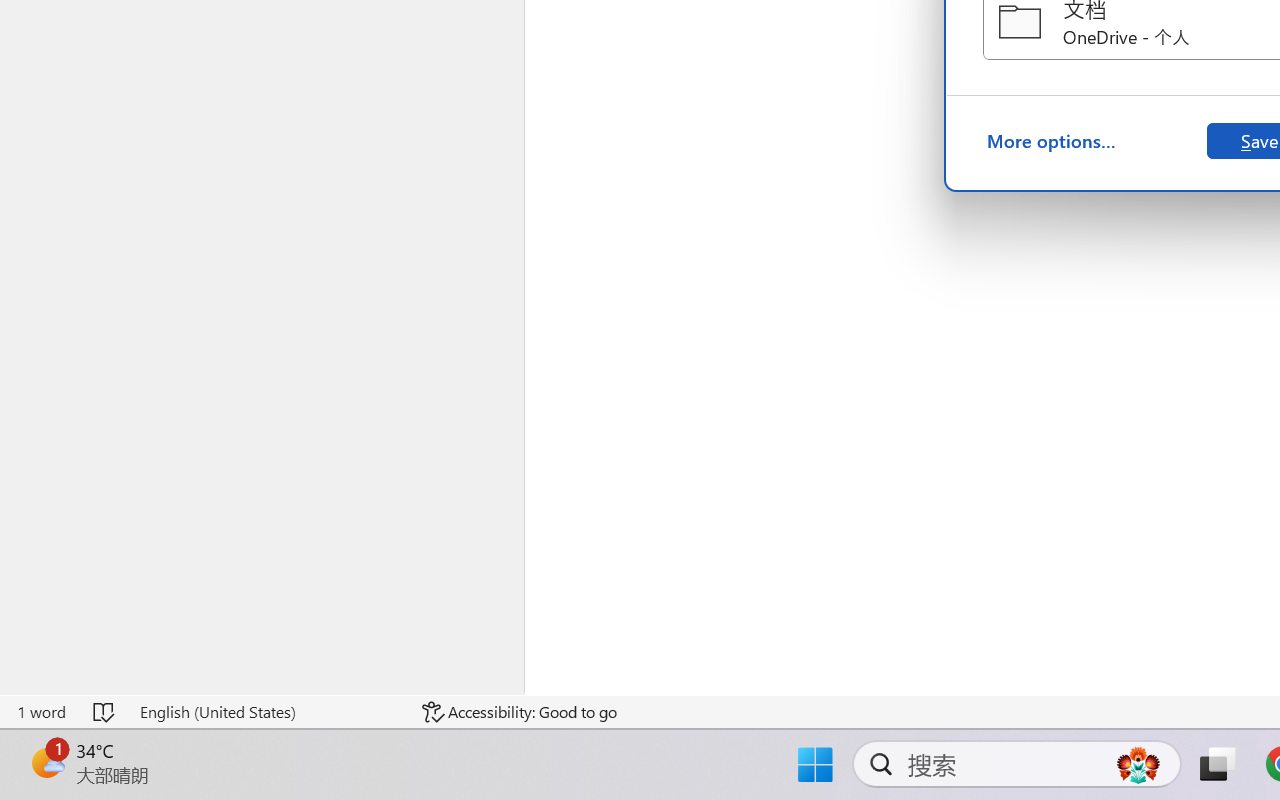  Describe the element at coordinates (41, 711) in the screenshot. I see `'Word Count 1 word'` at that location.